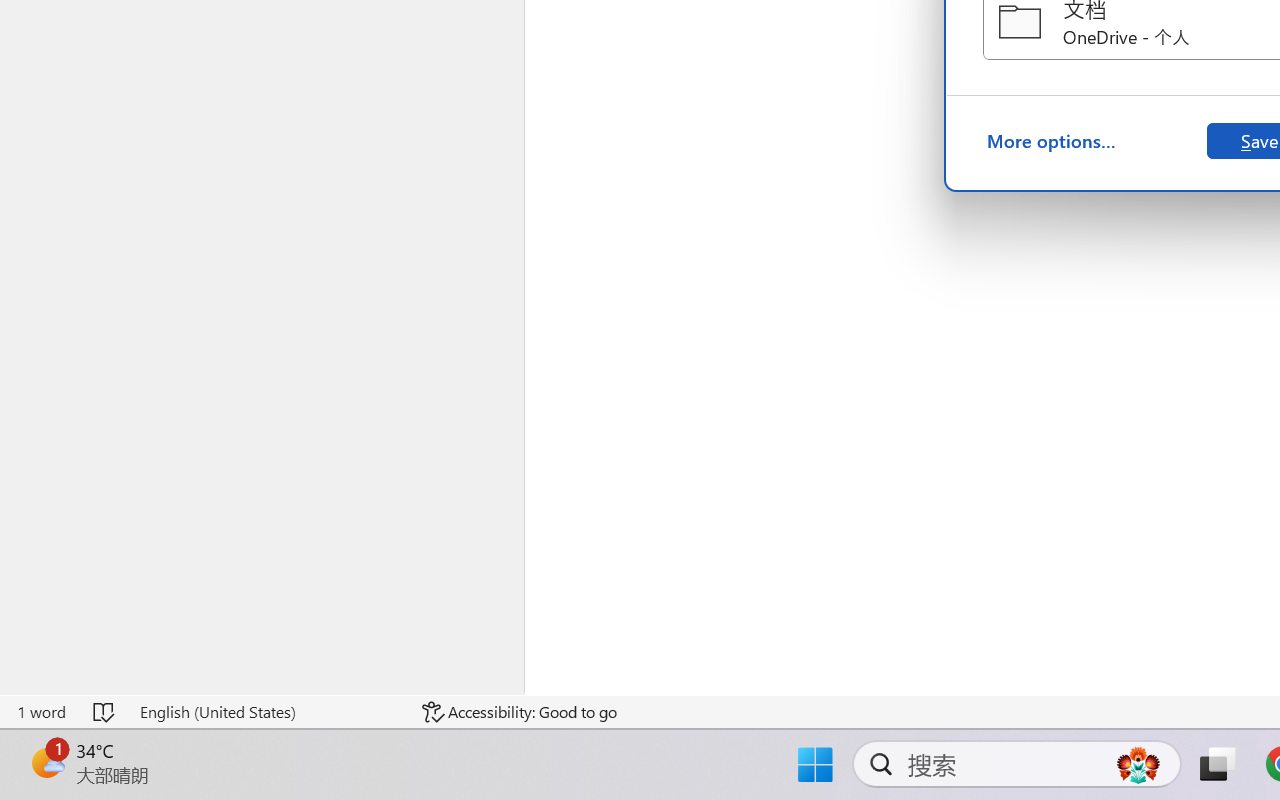  Describe the element at coordinates (41, 711) in the screenshot. I see `'Word Count 1 word'` at that location.